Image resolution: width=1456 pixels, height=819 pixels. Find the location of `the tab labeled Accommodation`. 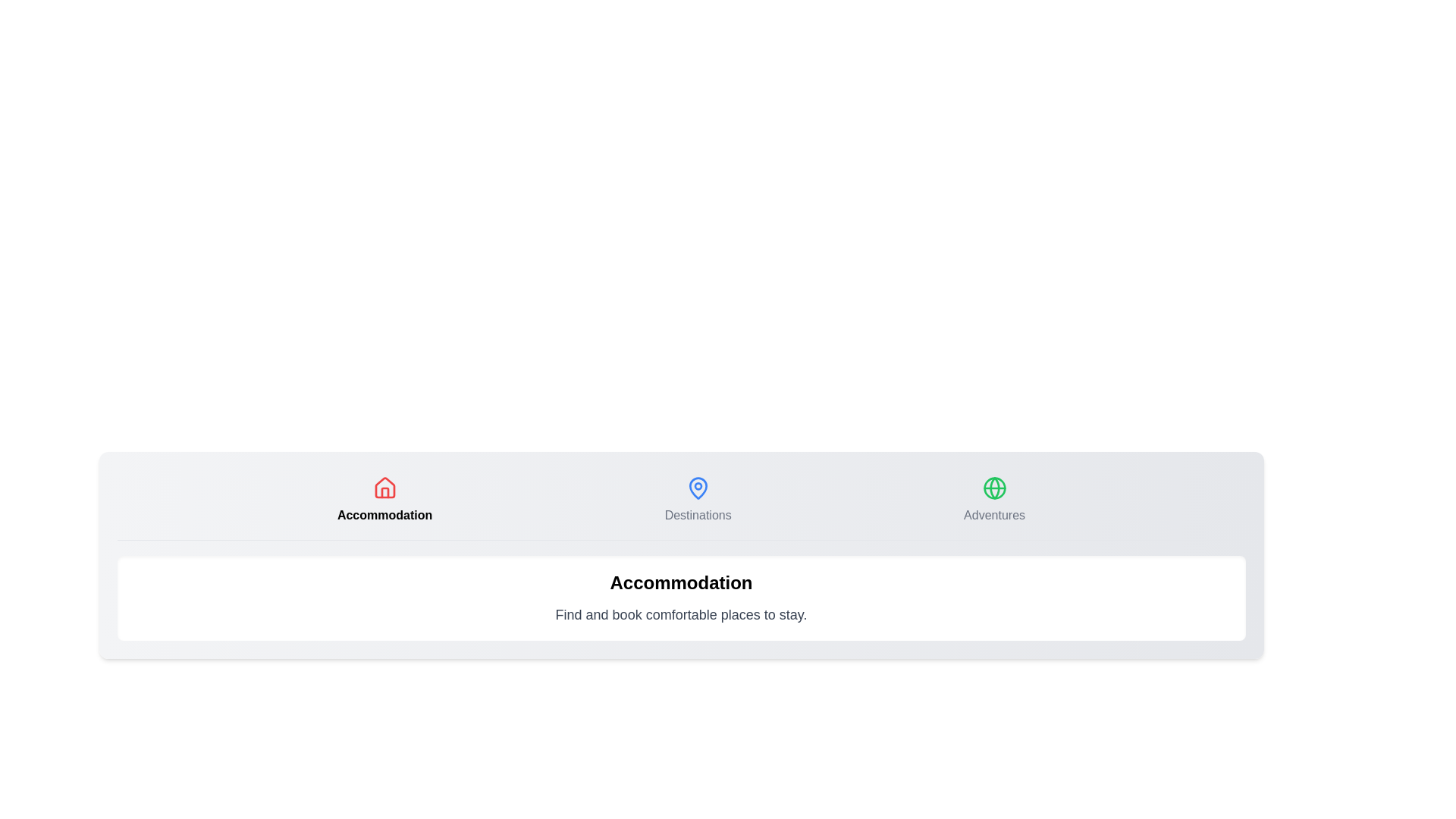

the tab labeled Accommodation is located at coordinates (384, 500).